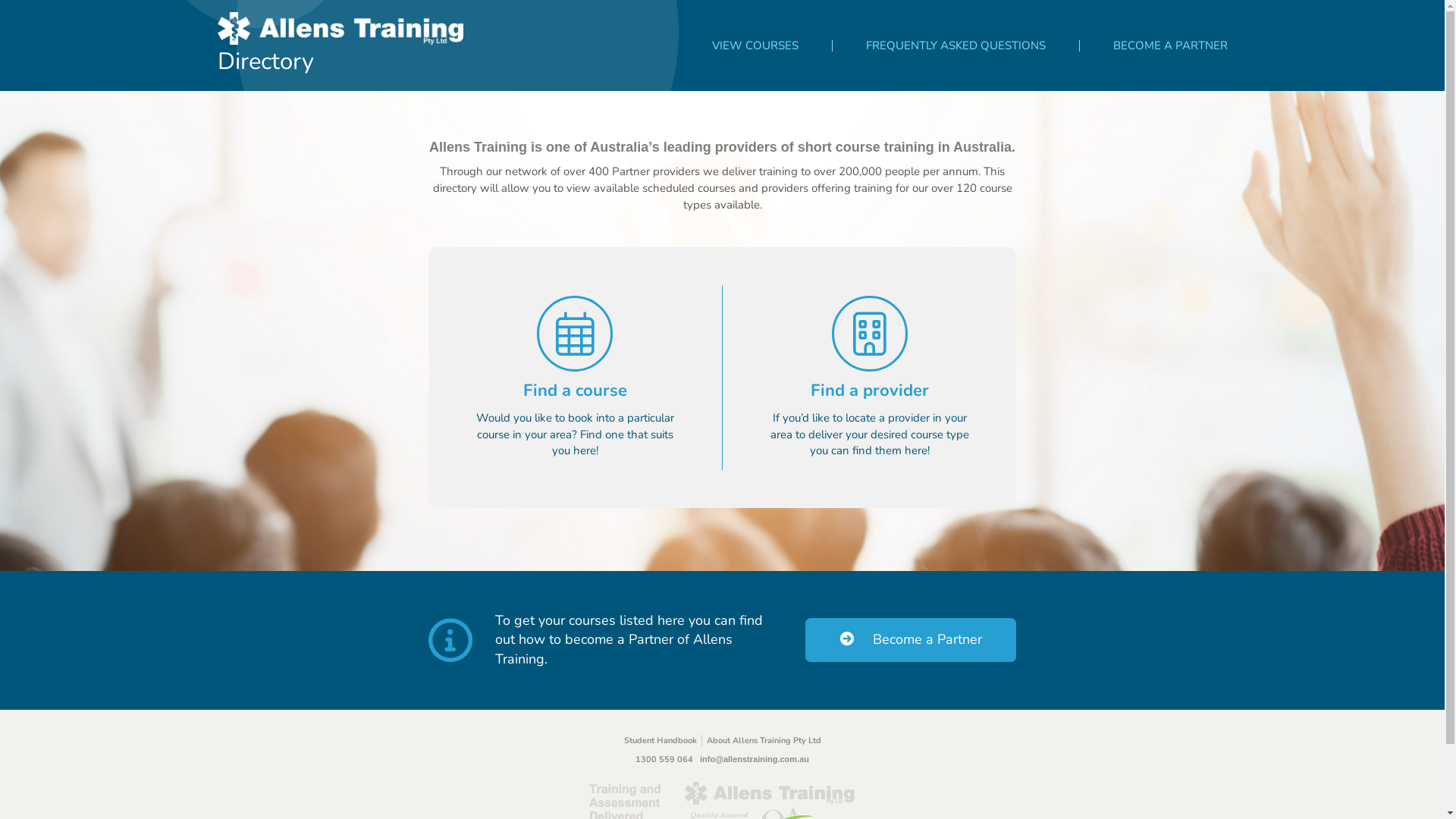 Image resolution: width=1456 pixels, height=819 pixels. Describe the element at coordinates (910, 640) in the screenshot. I see `'Become a Partner'` at that location.